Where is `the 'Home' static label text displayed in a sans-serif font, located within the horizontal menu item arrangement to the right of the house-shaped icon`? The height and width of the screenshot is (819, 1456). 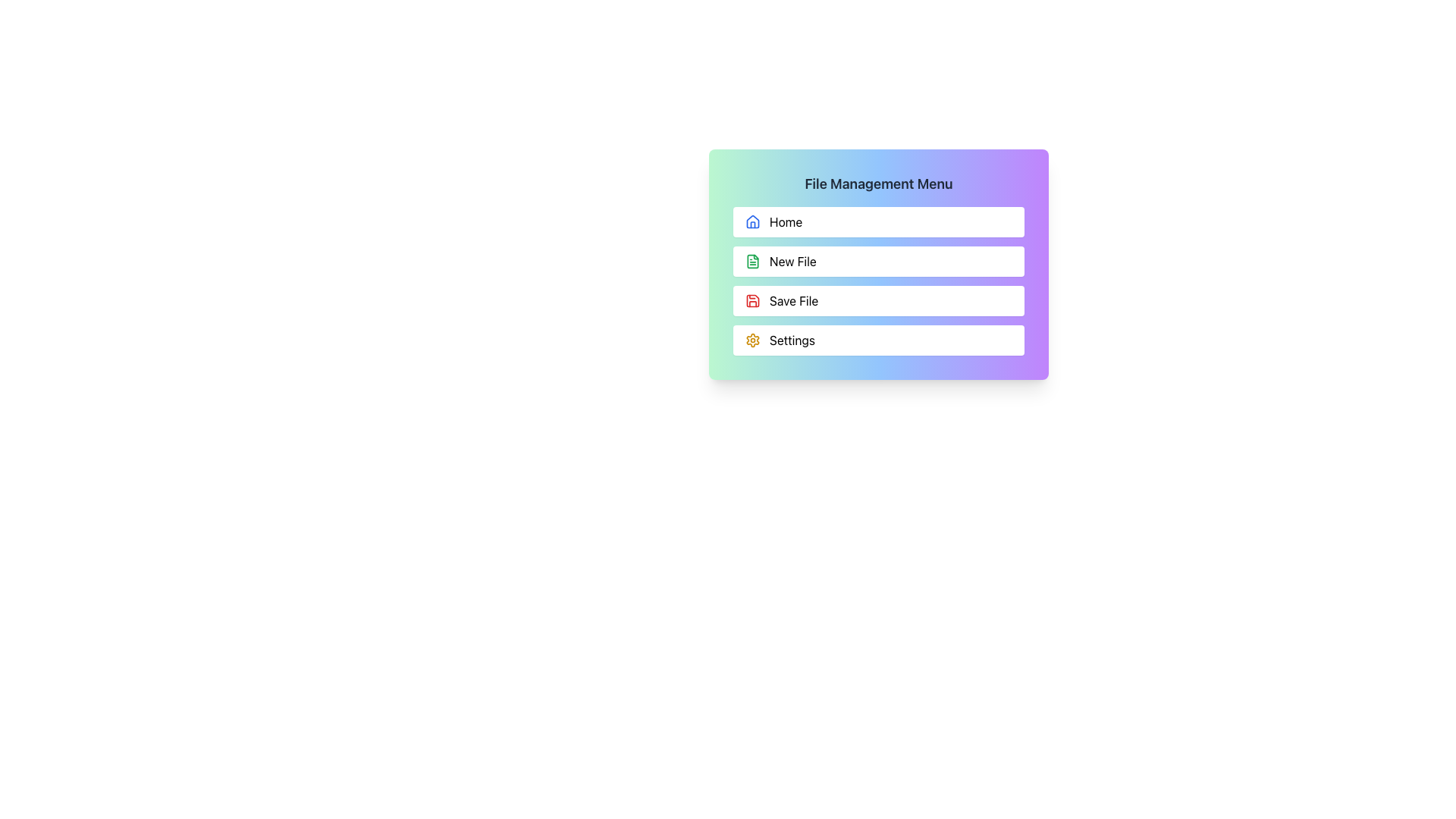 the 'Home' static label text displayed in a sans-serif font, located within the horizontal menu item arrangement to the right of the house-shaped icon is located at coordinates (786, 222).